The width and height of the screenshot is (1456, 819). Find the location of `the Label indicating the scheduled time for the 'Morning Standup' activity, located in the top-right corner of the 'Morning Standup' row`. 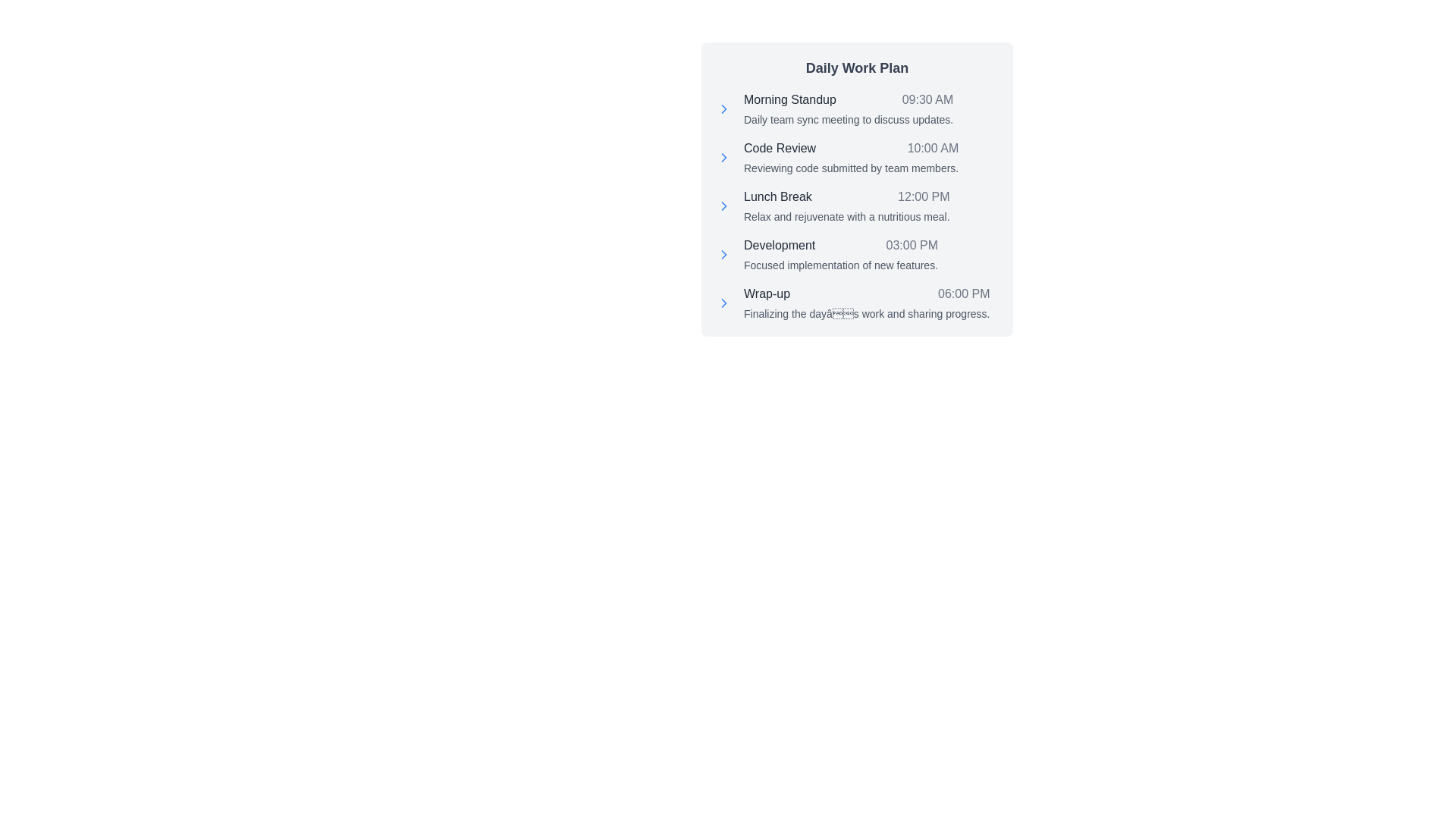

the Label indicating the scheduled time for the 'Morning Standup' activity, located in the top-right corner of the 'Morning Standup' row is located at coordinates (927, 99).